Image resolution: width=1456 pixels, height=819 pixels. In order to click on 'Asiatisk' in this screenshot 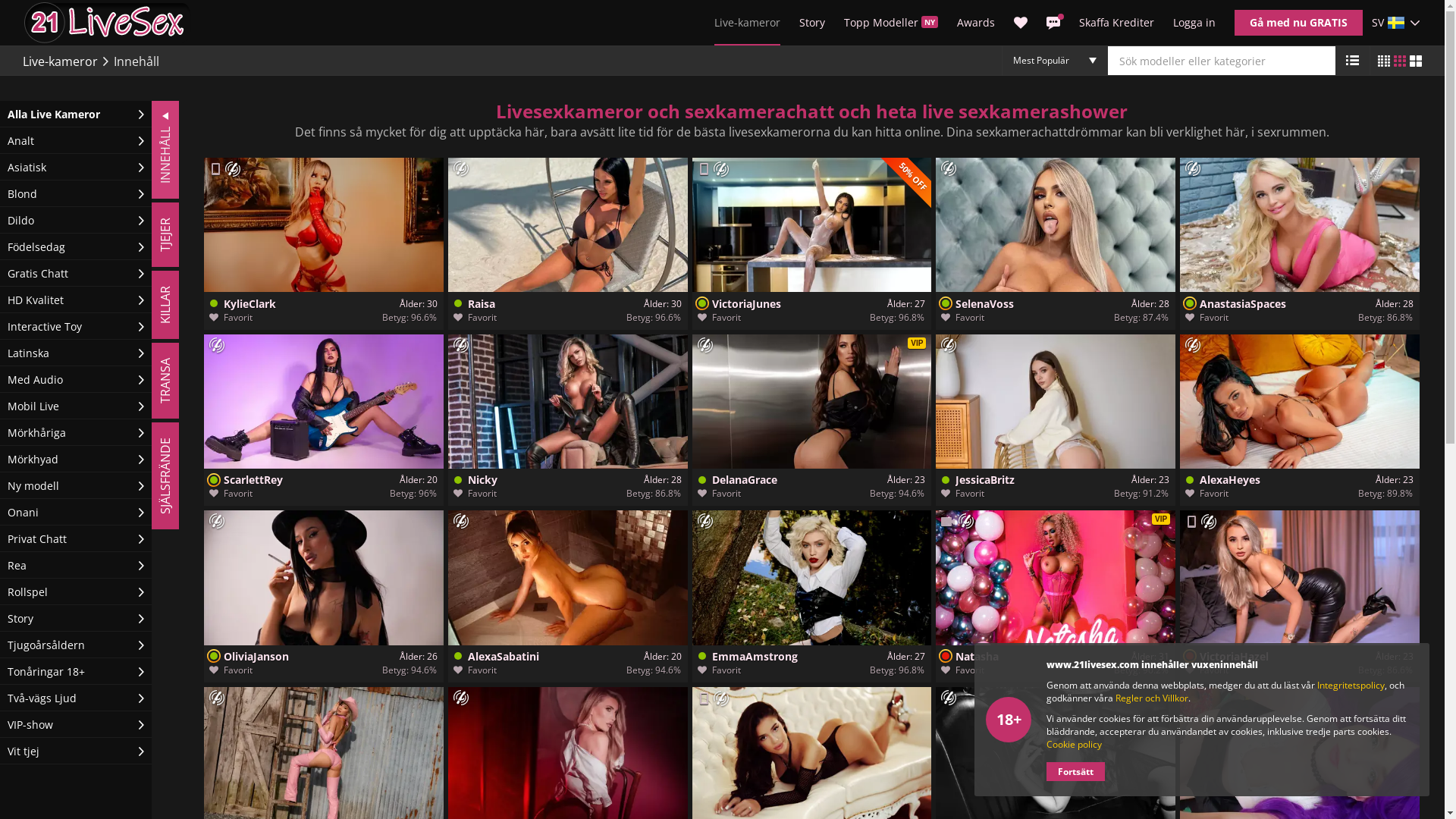, I will do `click(75, 167)`.